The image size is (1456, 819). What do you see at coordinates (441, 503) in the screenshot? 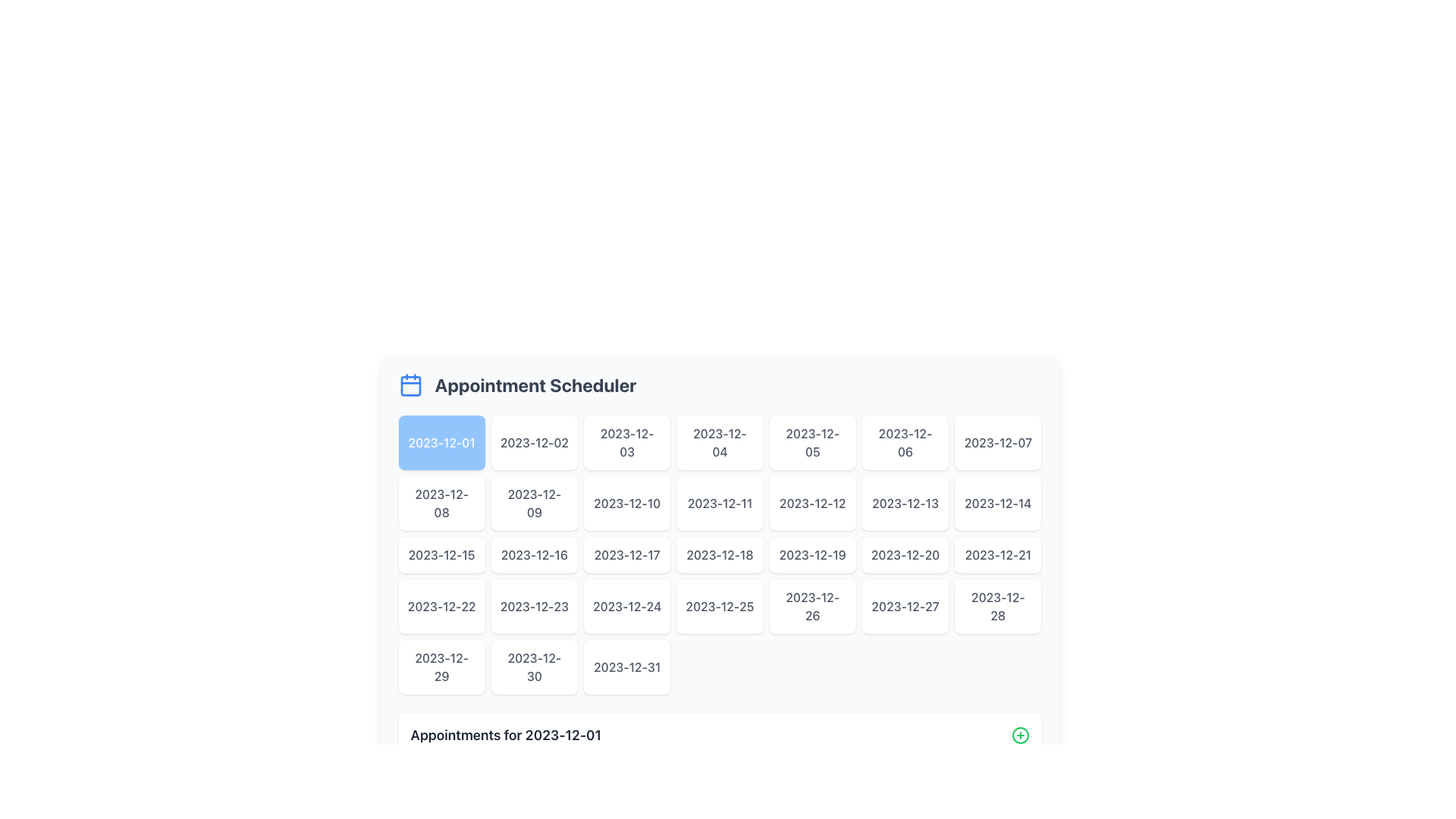
I see `the button representing the date 2023-12-08 in the calendar interface` at bounding box center [441, 503].